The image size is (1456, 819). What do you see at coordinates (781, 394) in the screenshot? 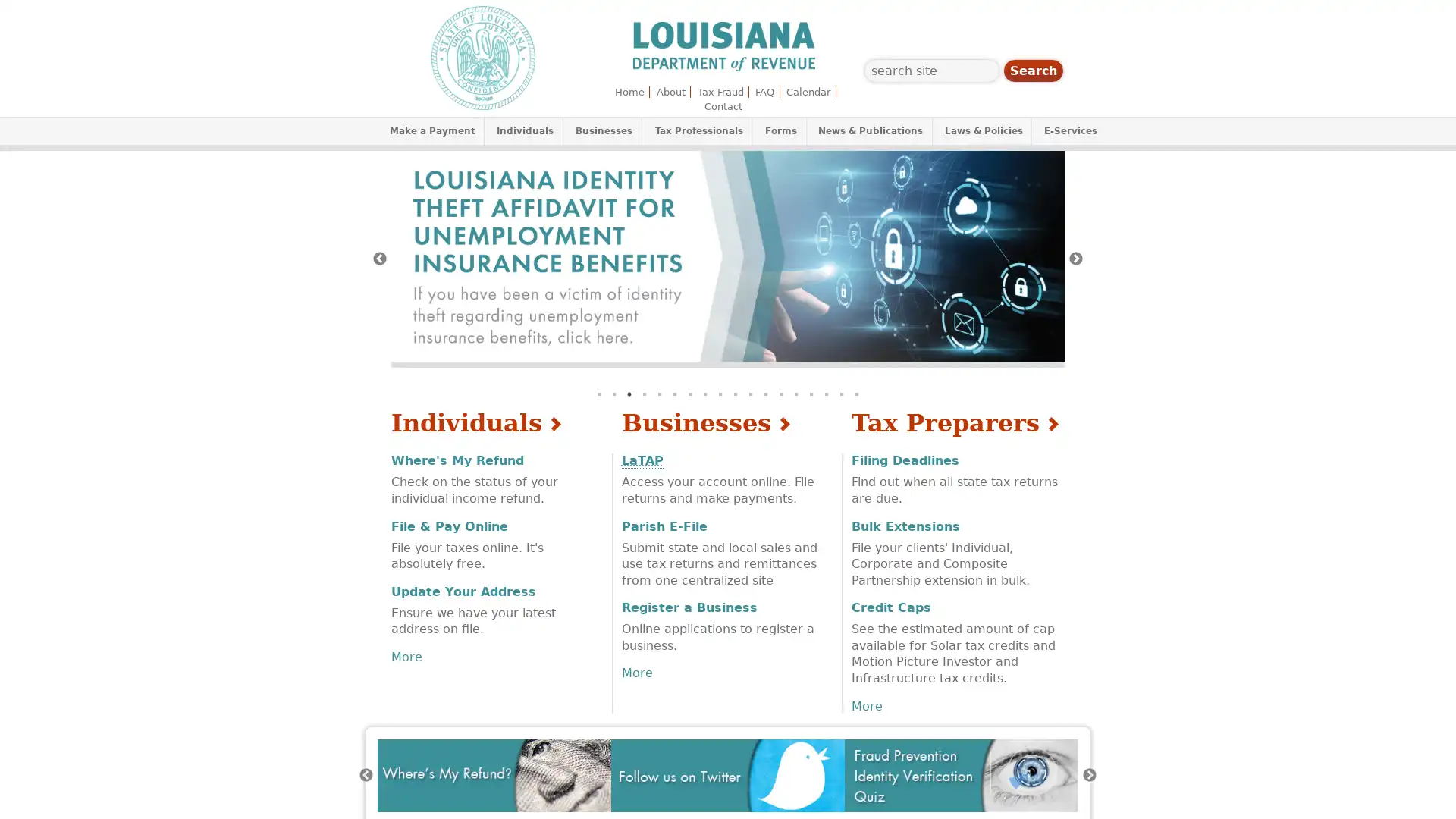
I see `13` at bounding box center [781, 394].